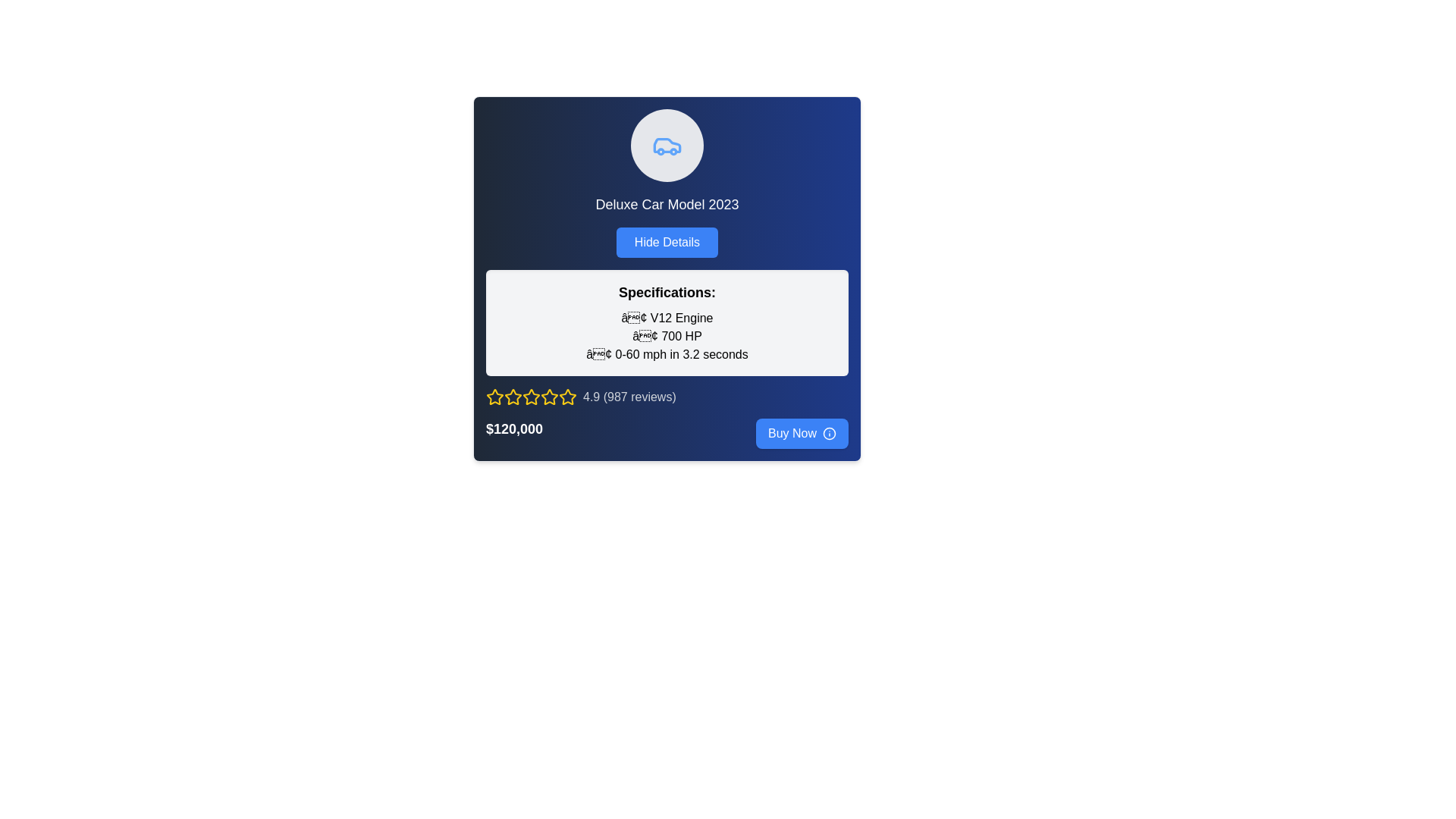 This screenshot has width=1456, height=819. Describe the element at coordinates (667, 146) in the screenshot. I see `the car icon located at the top of the card, directly above the text 'Deluxe Car Model 2023'` at that location.